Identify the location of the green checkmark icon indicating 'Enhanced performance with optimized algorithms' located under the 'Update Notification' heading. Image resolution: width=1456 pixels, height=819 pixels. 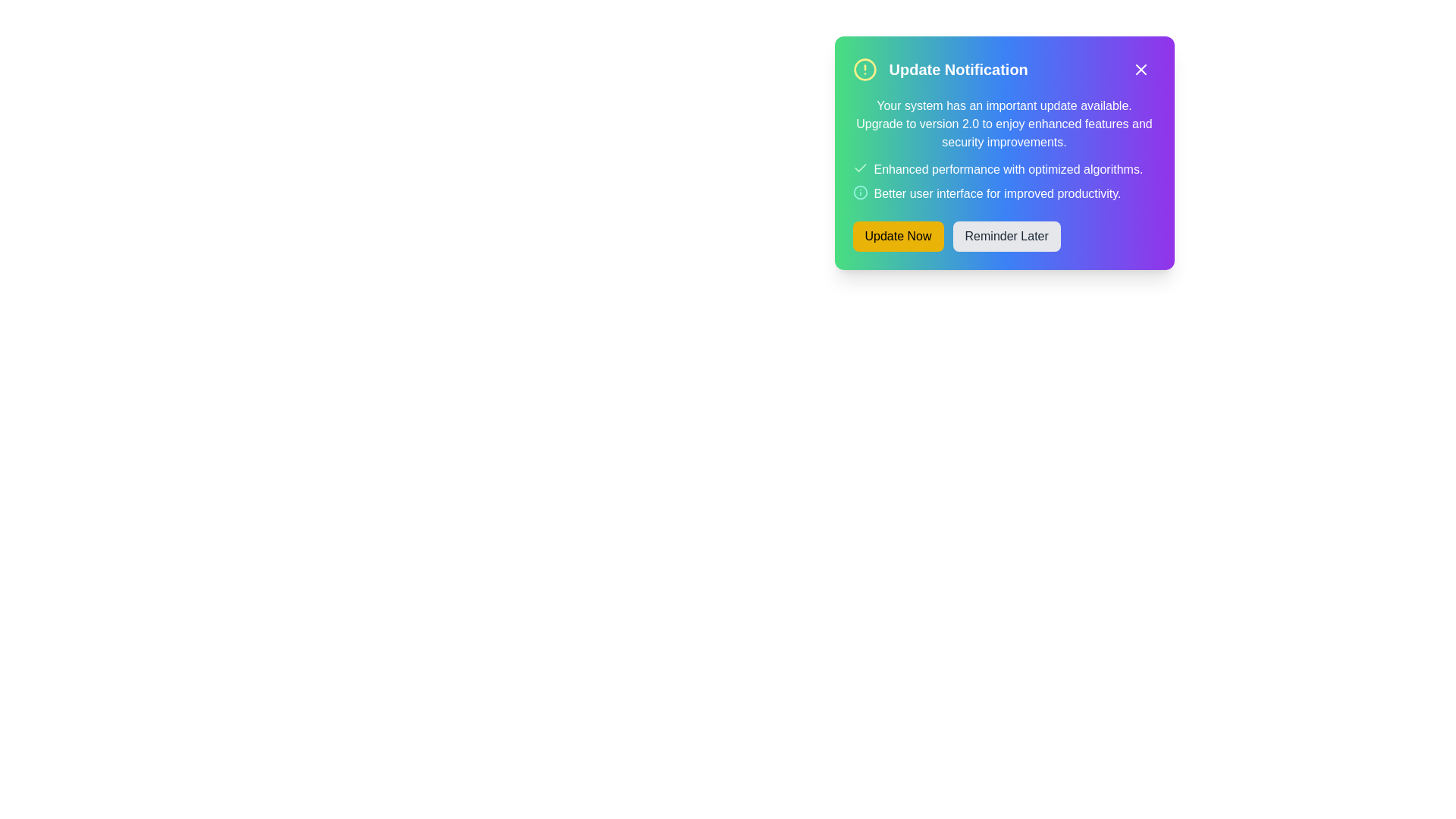
(860, 168).